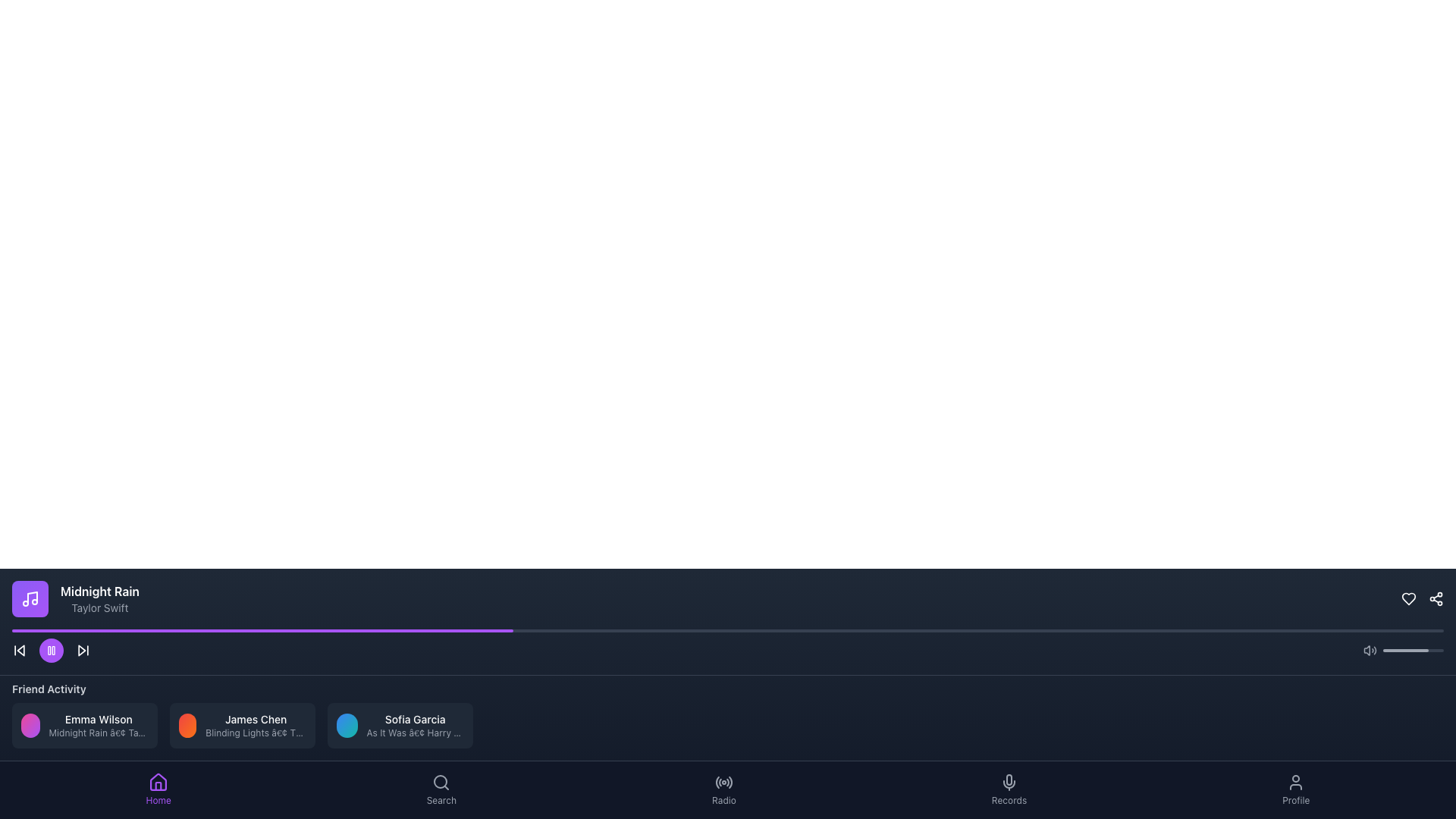 The width and height of the screenshot is (1456, 819). I want to click on the progress bar, so click(942, 631).